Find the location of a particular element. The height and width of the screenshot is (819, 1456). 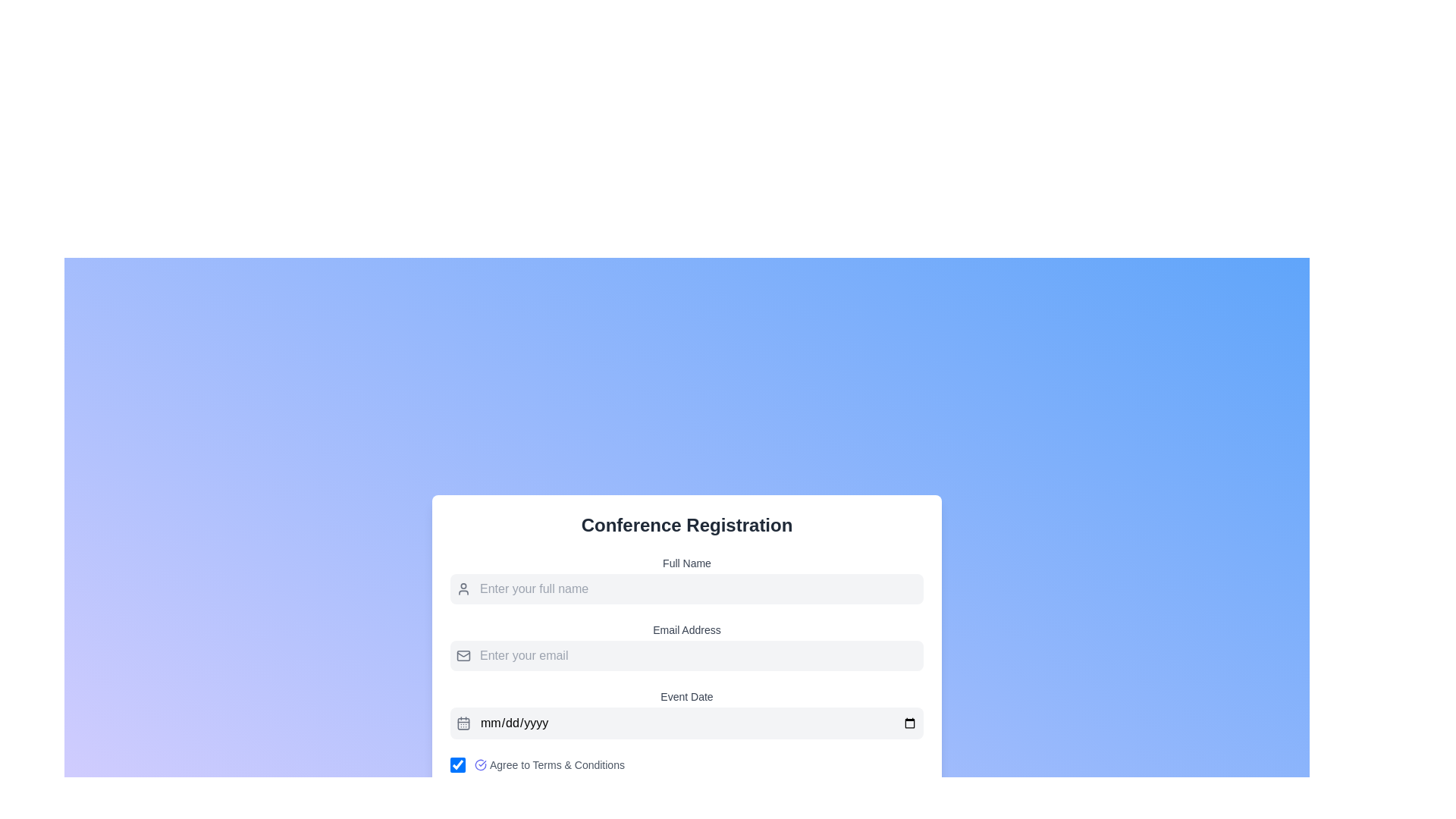

the calendar icon on the left side of the event date input field is located at coordinates (463, 722).